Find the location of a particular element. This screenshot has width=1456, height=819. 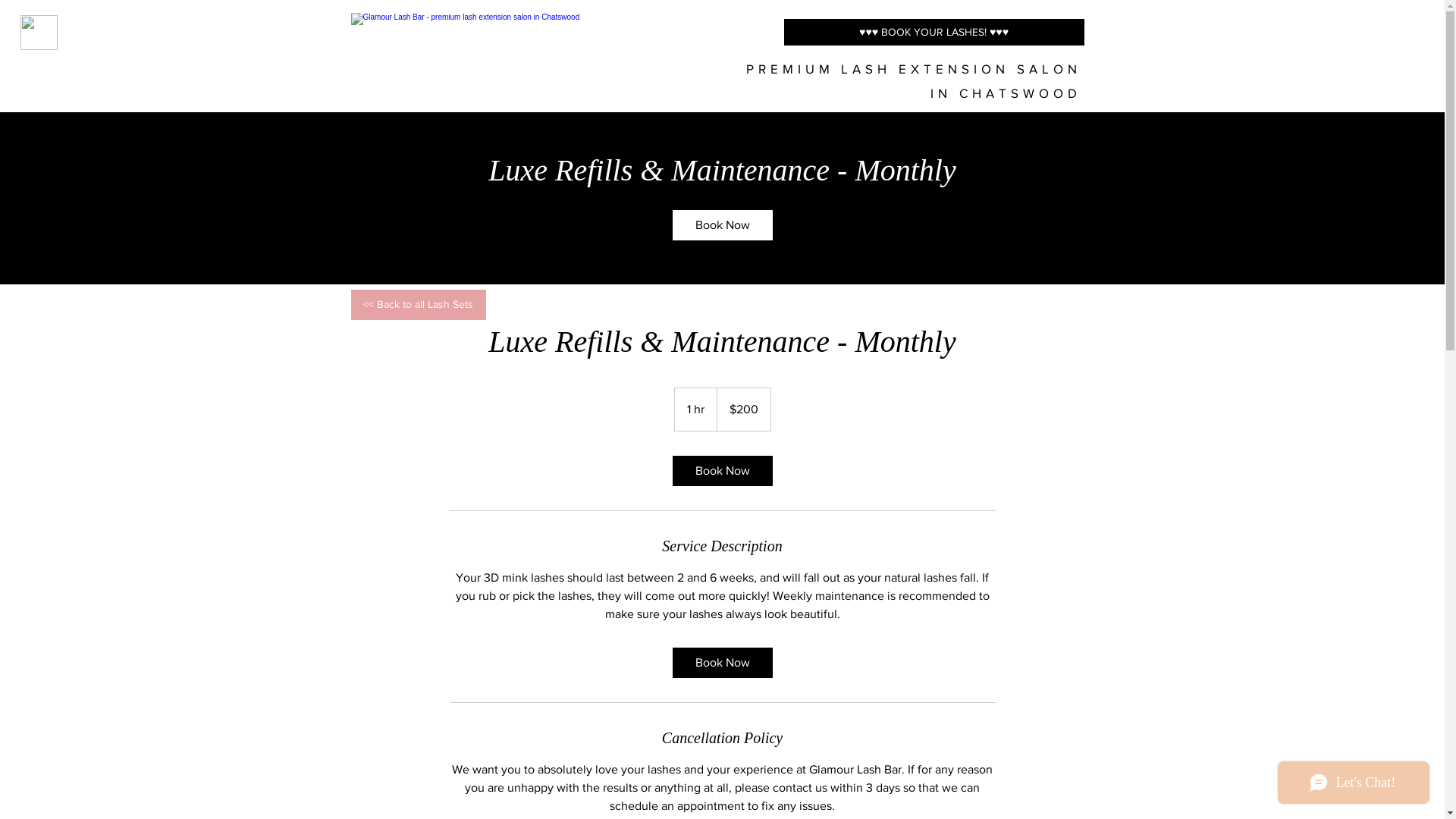

'Book Now' is located at coordinates (720, 662).